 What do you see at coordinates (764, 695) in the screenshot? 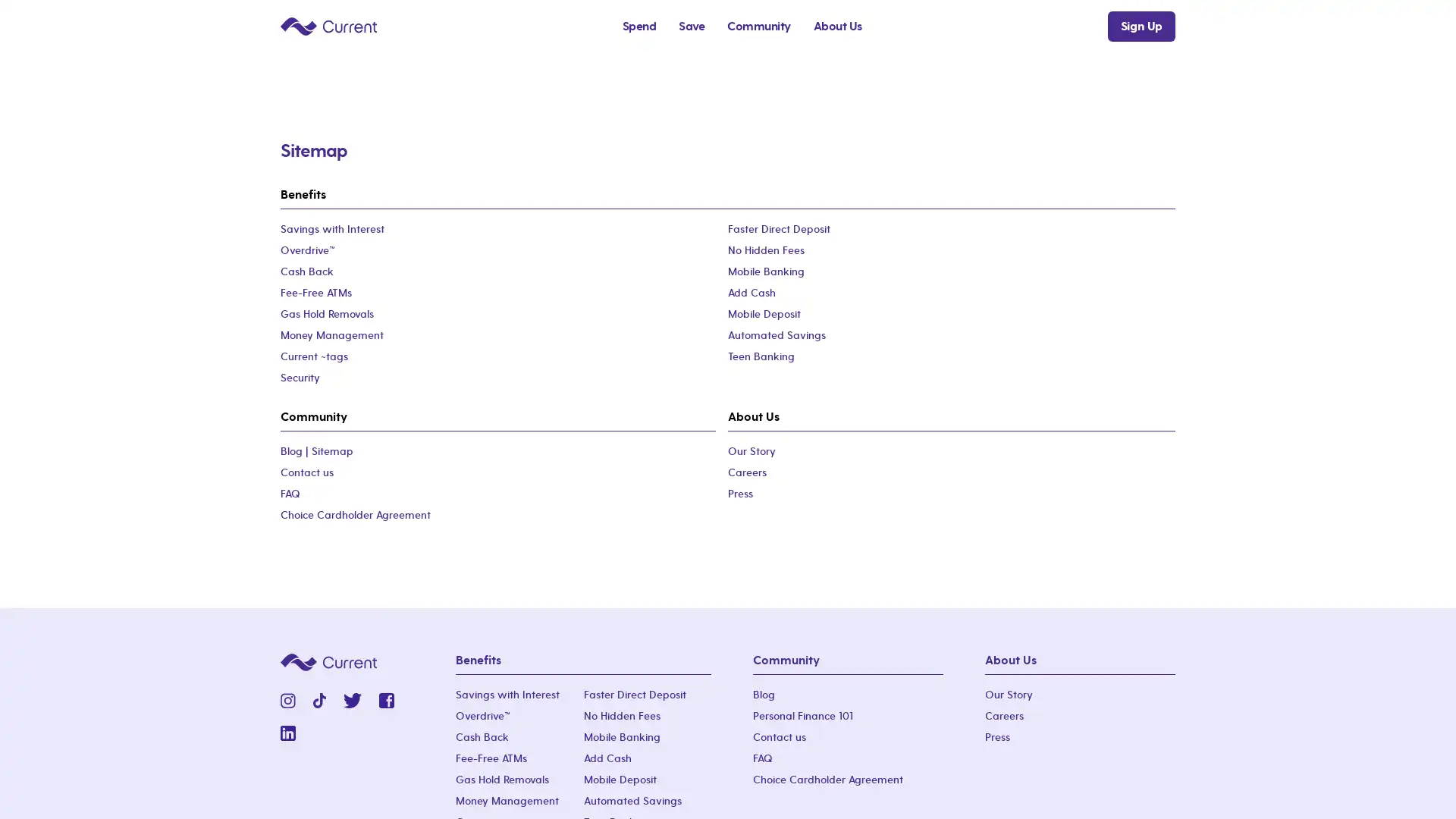
I see `Blog` at bounding box center [764, 695].